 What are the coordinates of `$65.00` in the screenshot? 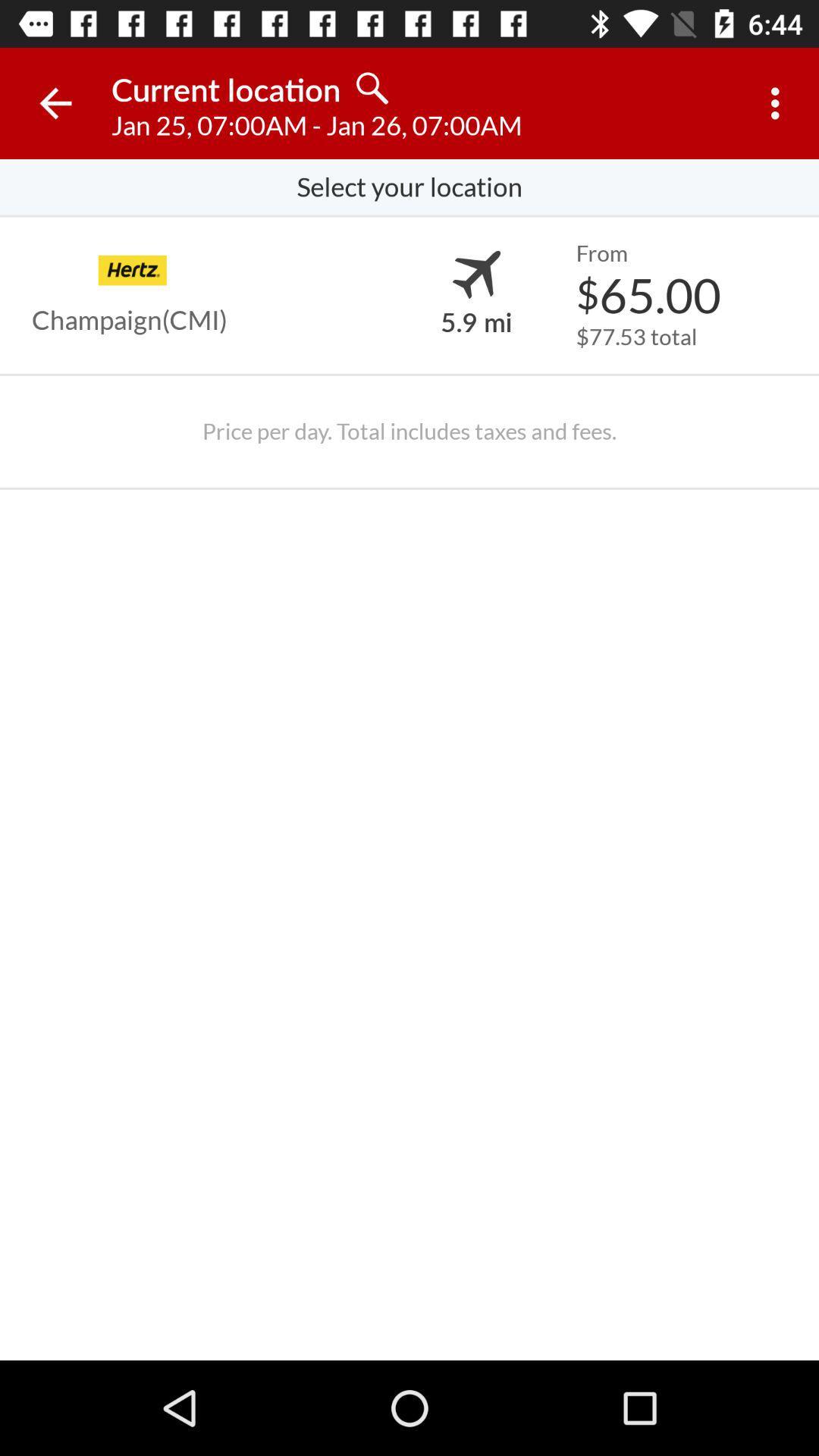 It's located at (648, 294).